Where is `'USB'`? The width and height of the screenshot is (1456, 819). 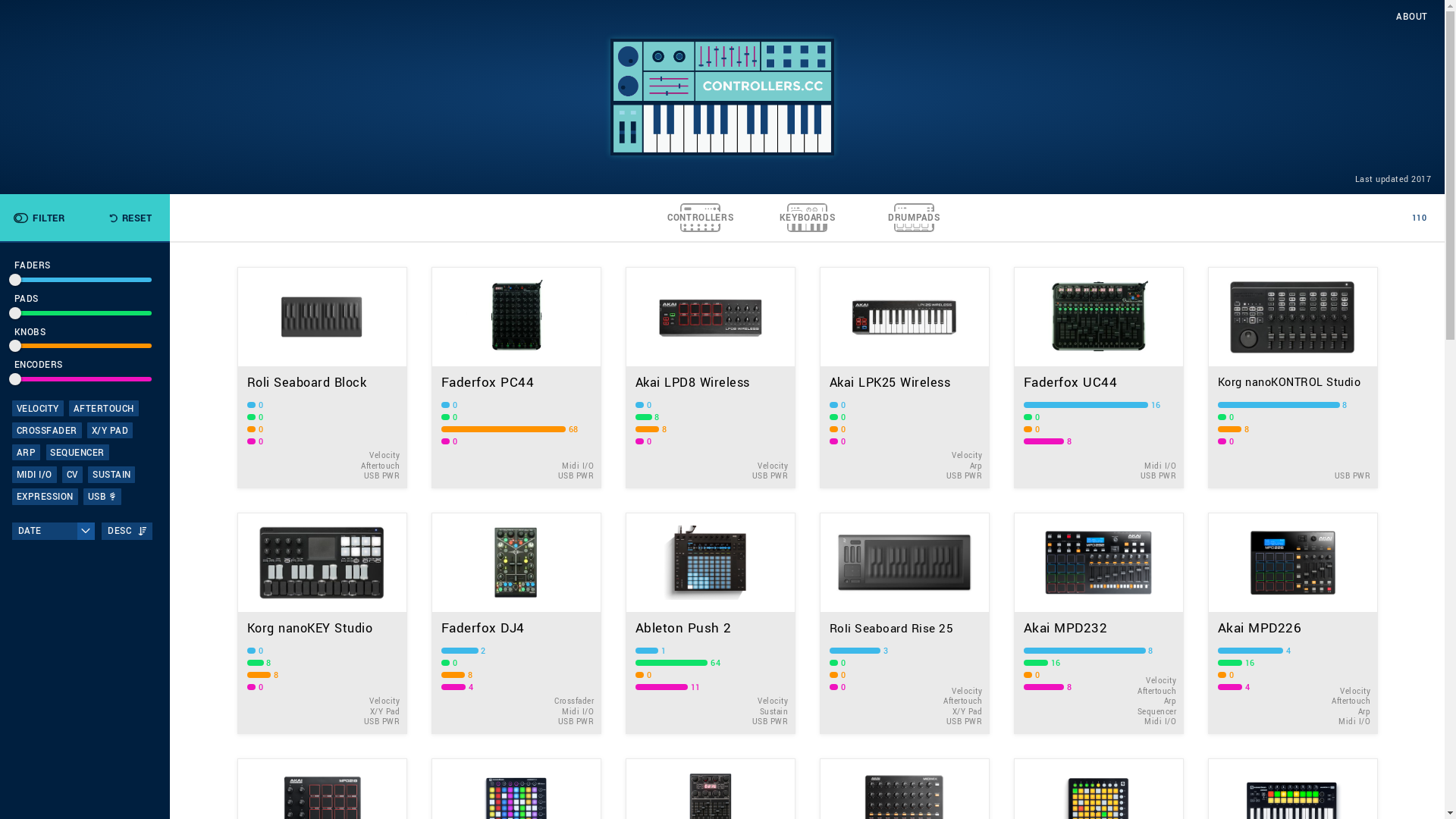
'USB' is located at coordinates (101, 496).